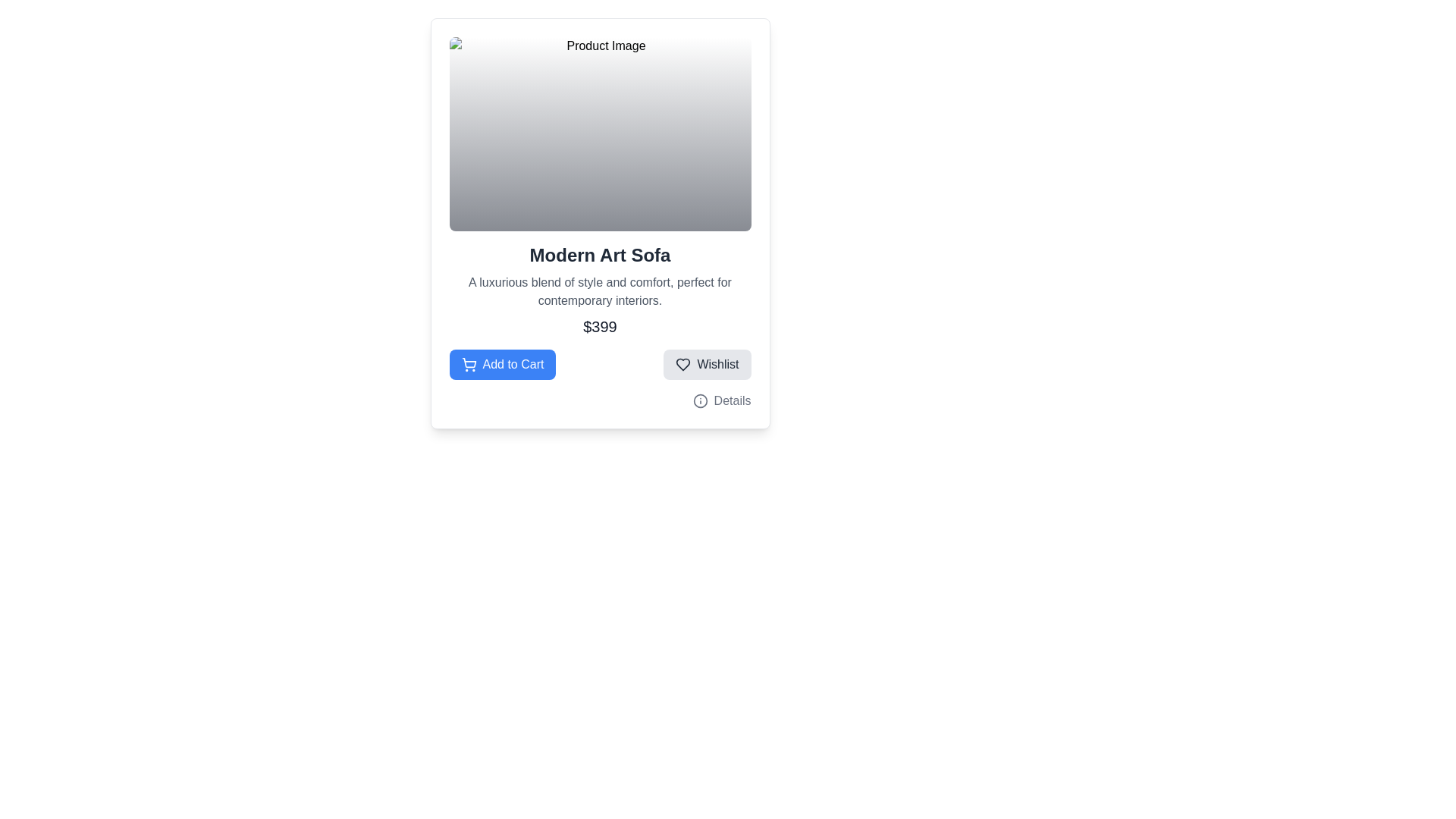 The height and width of the screenshot is (819, 1456). I want to click on the 'Details' text label, so click(733, 400).